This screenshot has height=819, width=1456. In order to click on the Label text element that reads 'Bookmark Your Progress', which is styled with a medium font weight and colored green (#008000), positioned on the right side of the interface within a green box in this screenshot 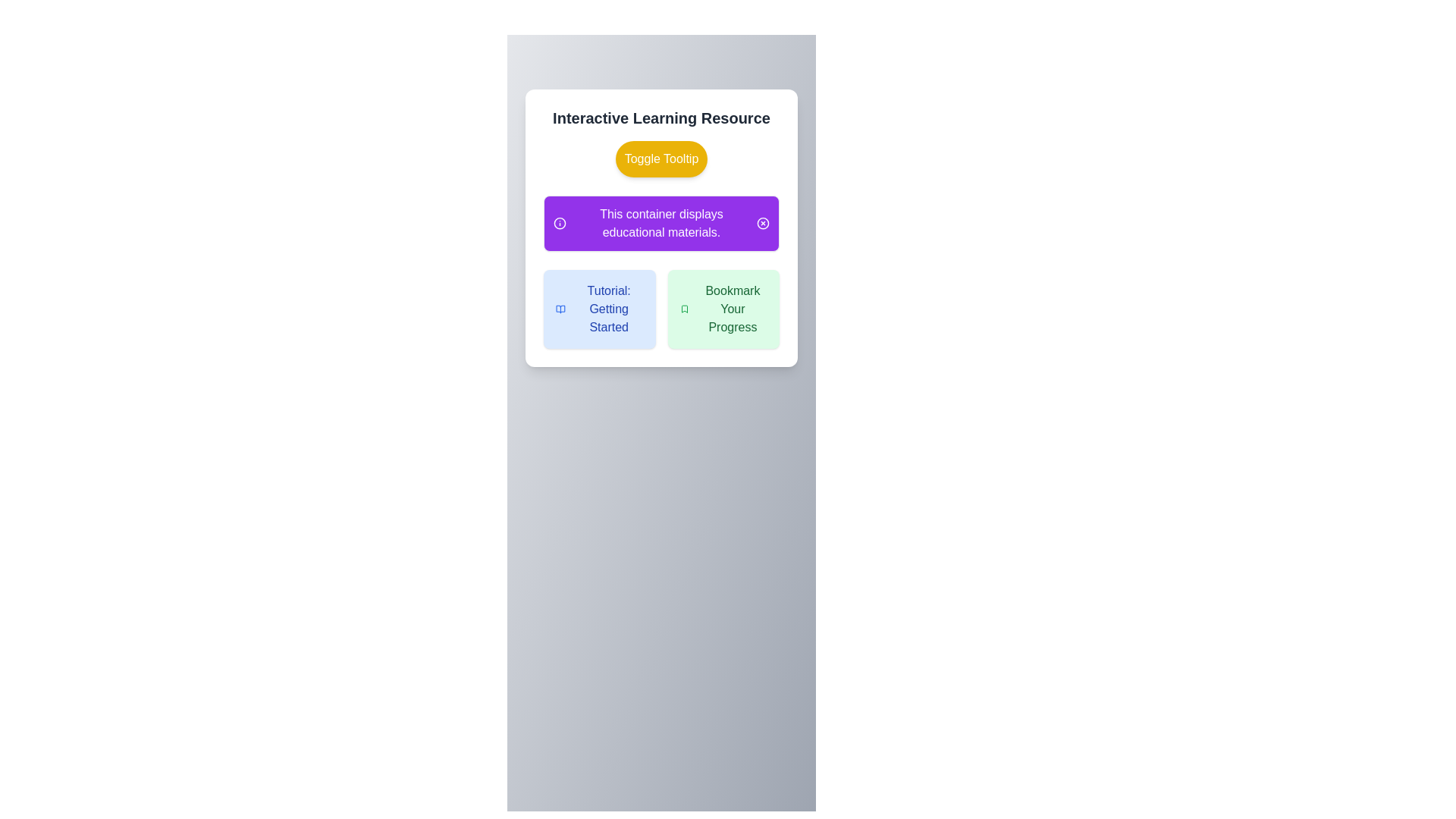, I will do `click(733, 309)`.